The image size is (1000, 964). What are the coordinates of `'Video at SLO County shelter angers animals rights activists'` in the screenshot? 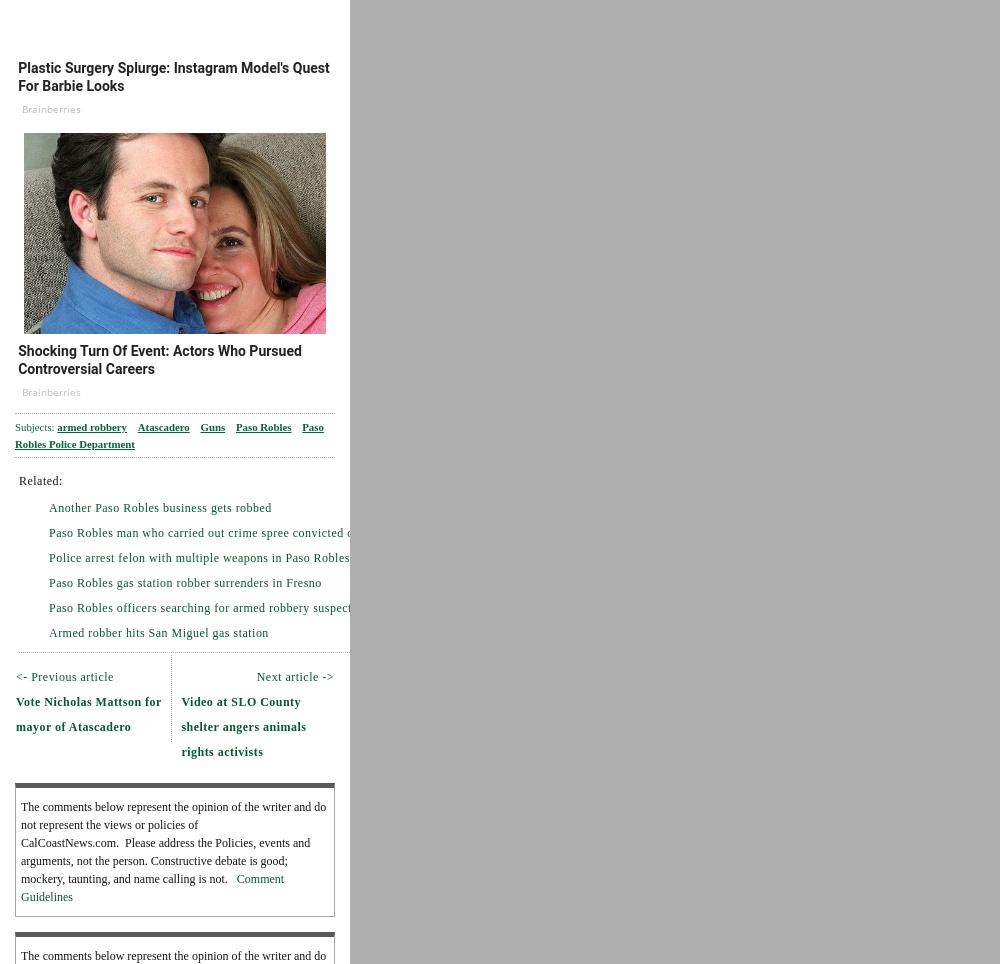 It's located at (181, 724).